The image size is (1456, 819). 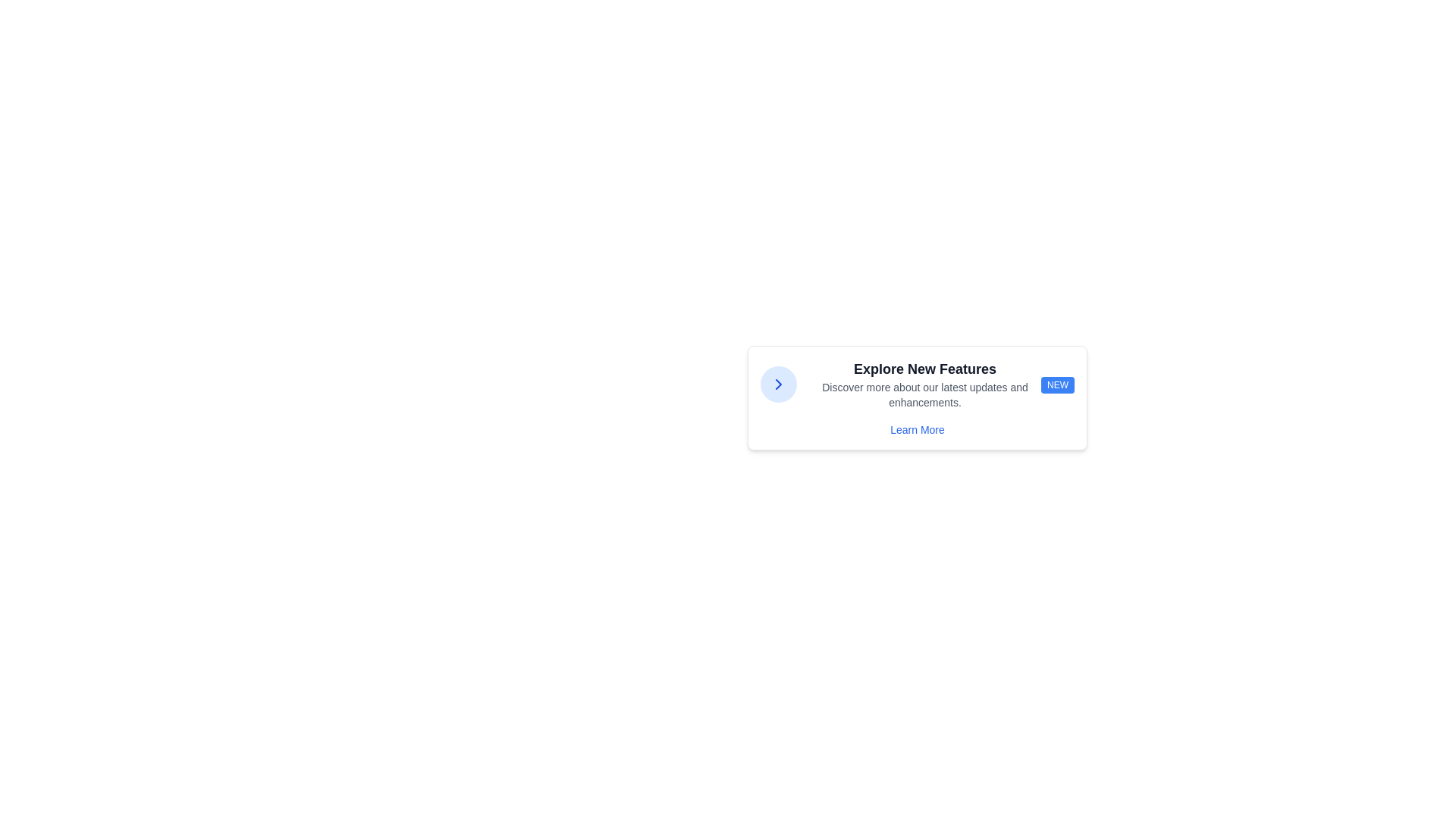 What do you see at coordinates (916, 430) in the screenshot?
I see `the 'Learn More' hyperlink, which is a blue text link at the bottom of a white card interface` at bounding box center [916, 430].